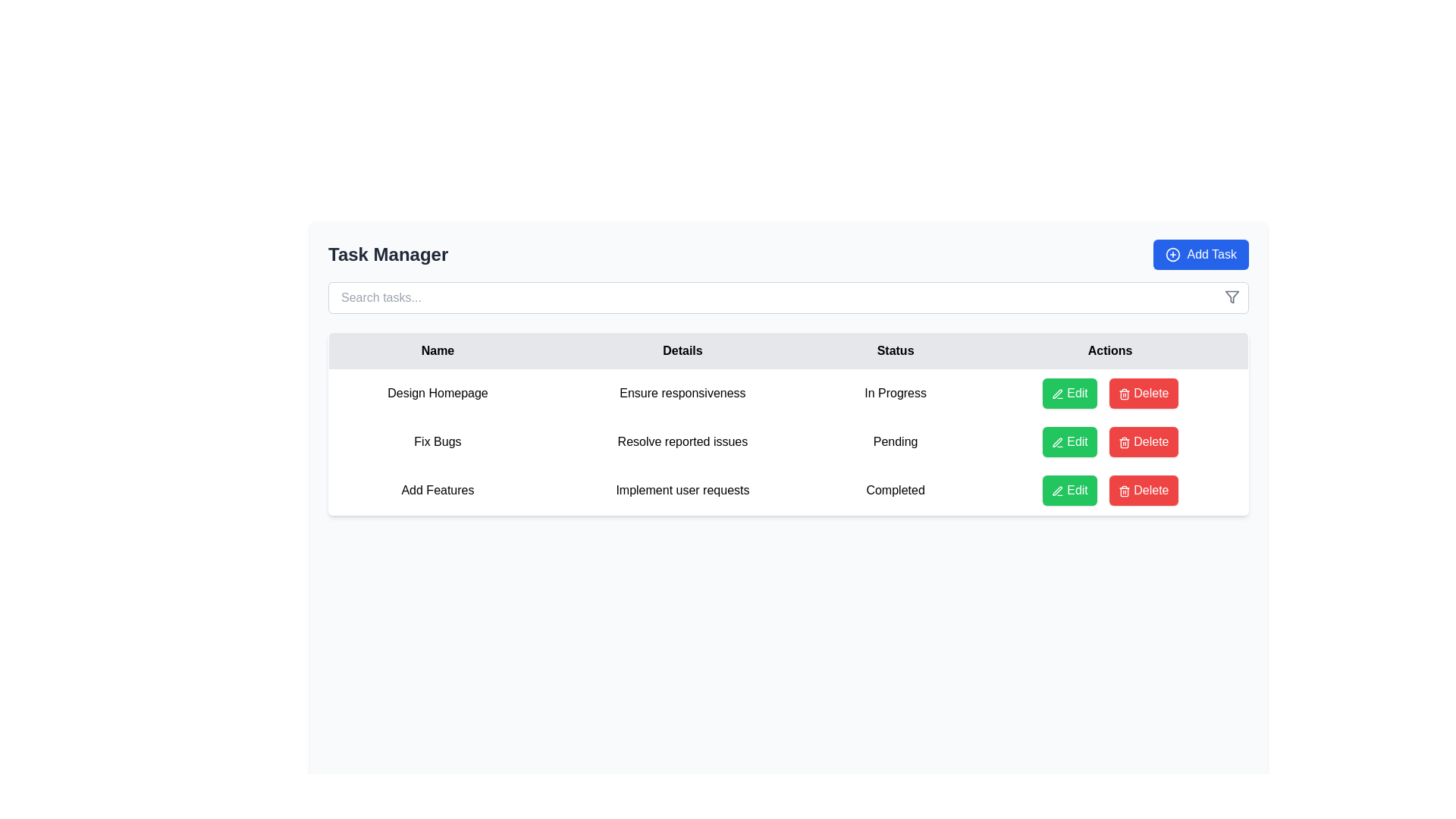 The image size is (1456, 819). Describe the element at coordinates (1056, 393) in the screenshot. I see `the pen icon within the 'Edit' button in the 'Actions' column of the first row of the task table to initiate task editing` at that location.